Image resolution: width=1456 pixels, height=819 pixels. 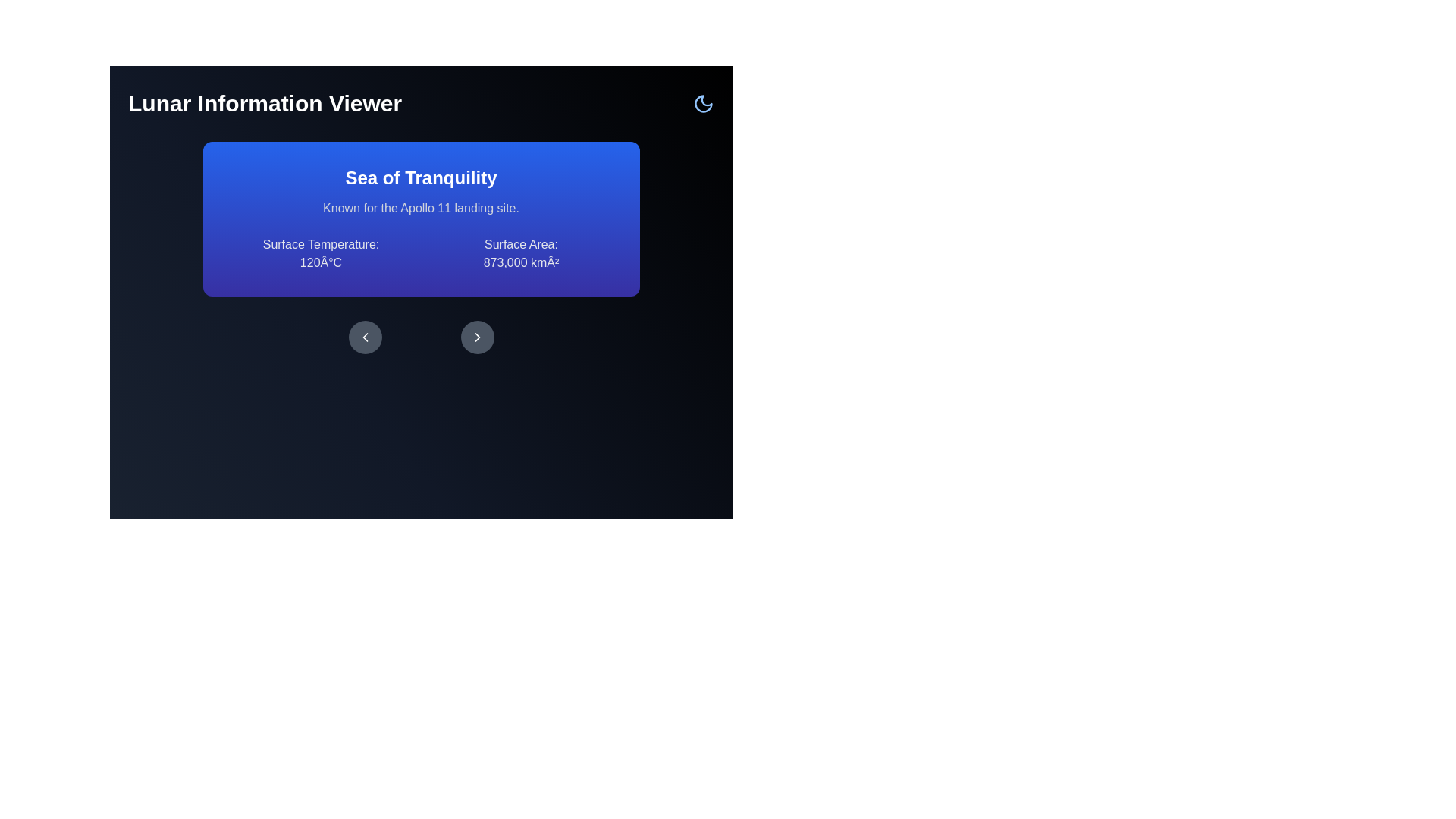 What do you see at coordinates (365, 336) in the screenshot?
I see `the leftward-facing chevron arrow icon, which is styled with a minimalistic stroke design and positioned towards the lower center of the interface` at bounding box center [365, 336].